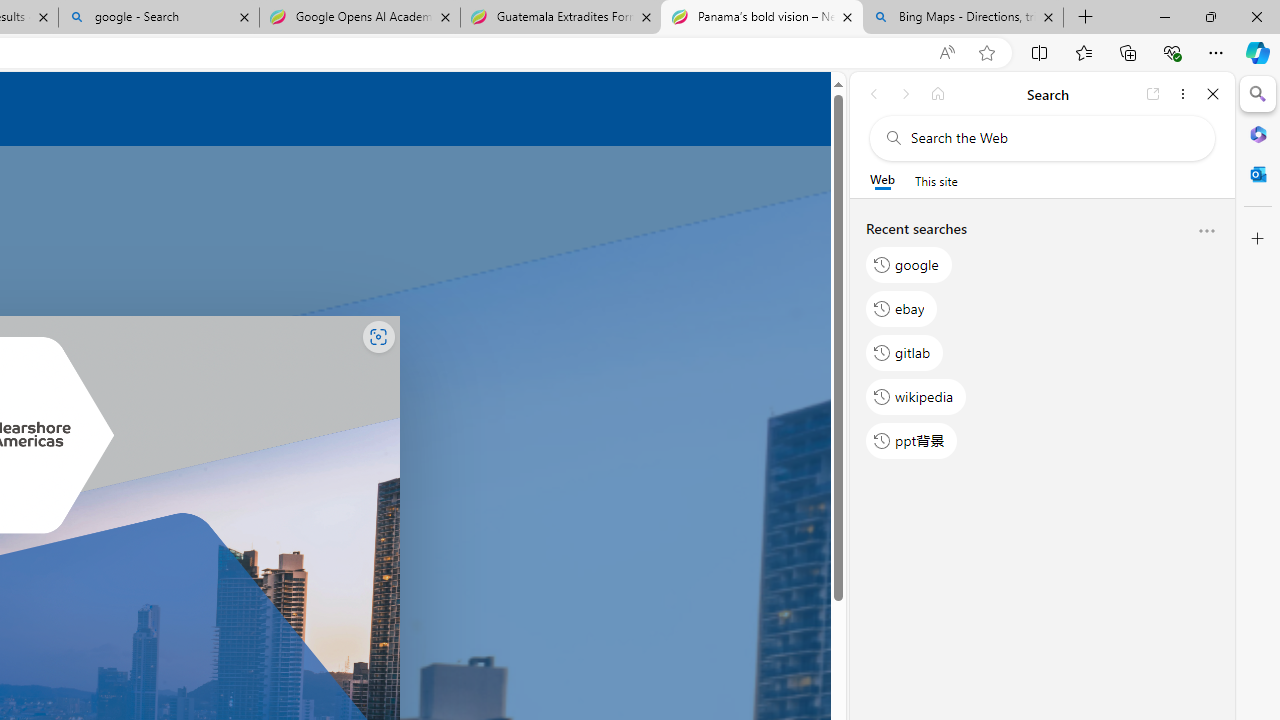 Image resolution: width=1280 pixels, height=720 pixels. Describe the element at coordinates (904, 351) in the screenshot. I see `'gitlab'` at that location.